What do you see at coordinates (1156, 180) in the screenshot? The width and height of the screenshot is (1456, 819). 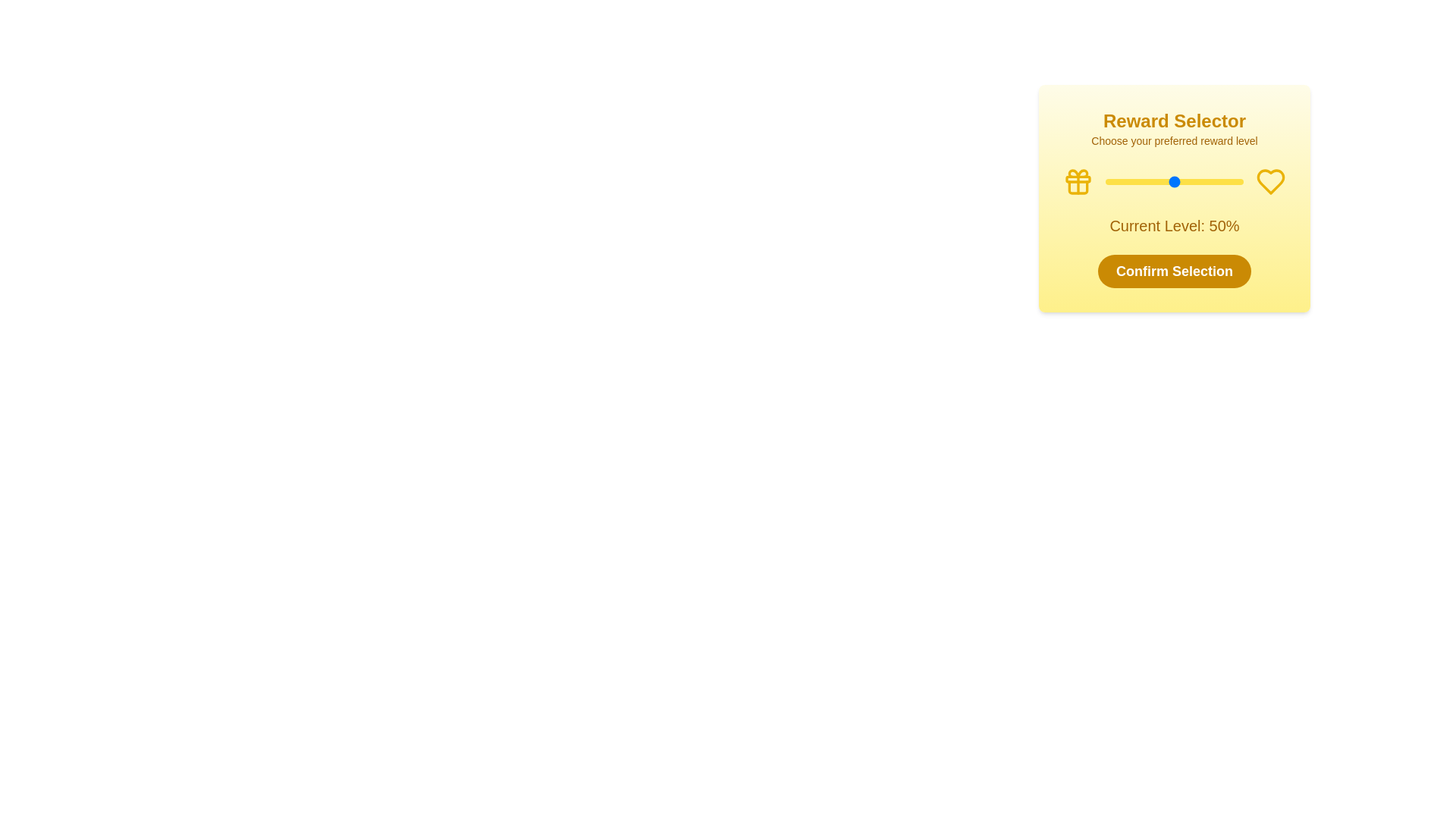 I see `the reward level` at bounding box center [1156, 180].